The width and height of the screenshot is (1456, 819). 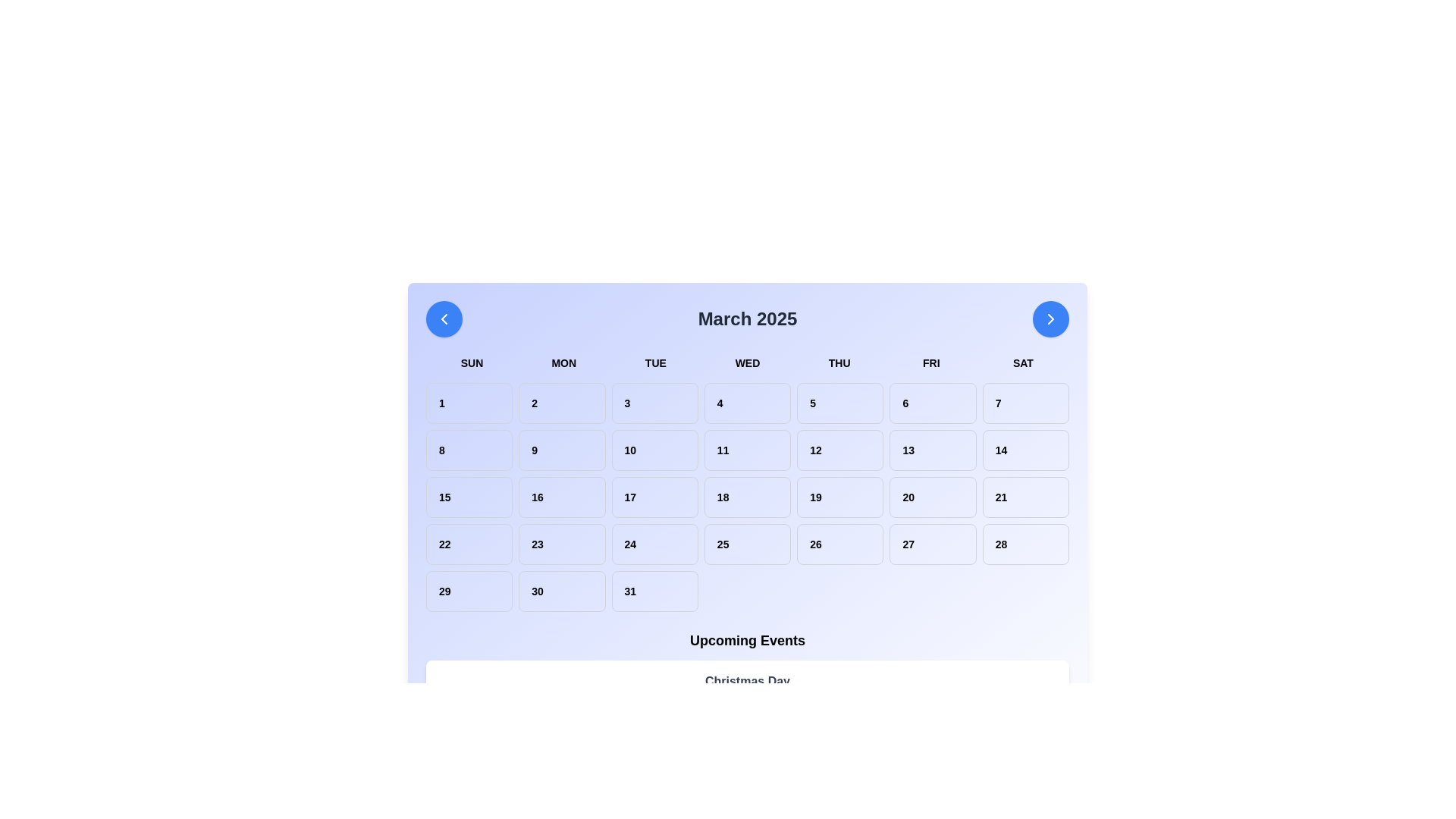 What do you see at coordinates (561, 450) in the screenshot?
I see `the button representing the 9th day of the month` at bounding box center [561, 450].